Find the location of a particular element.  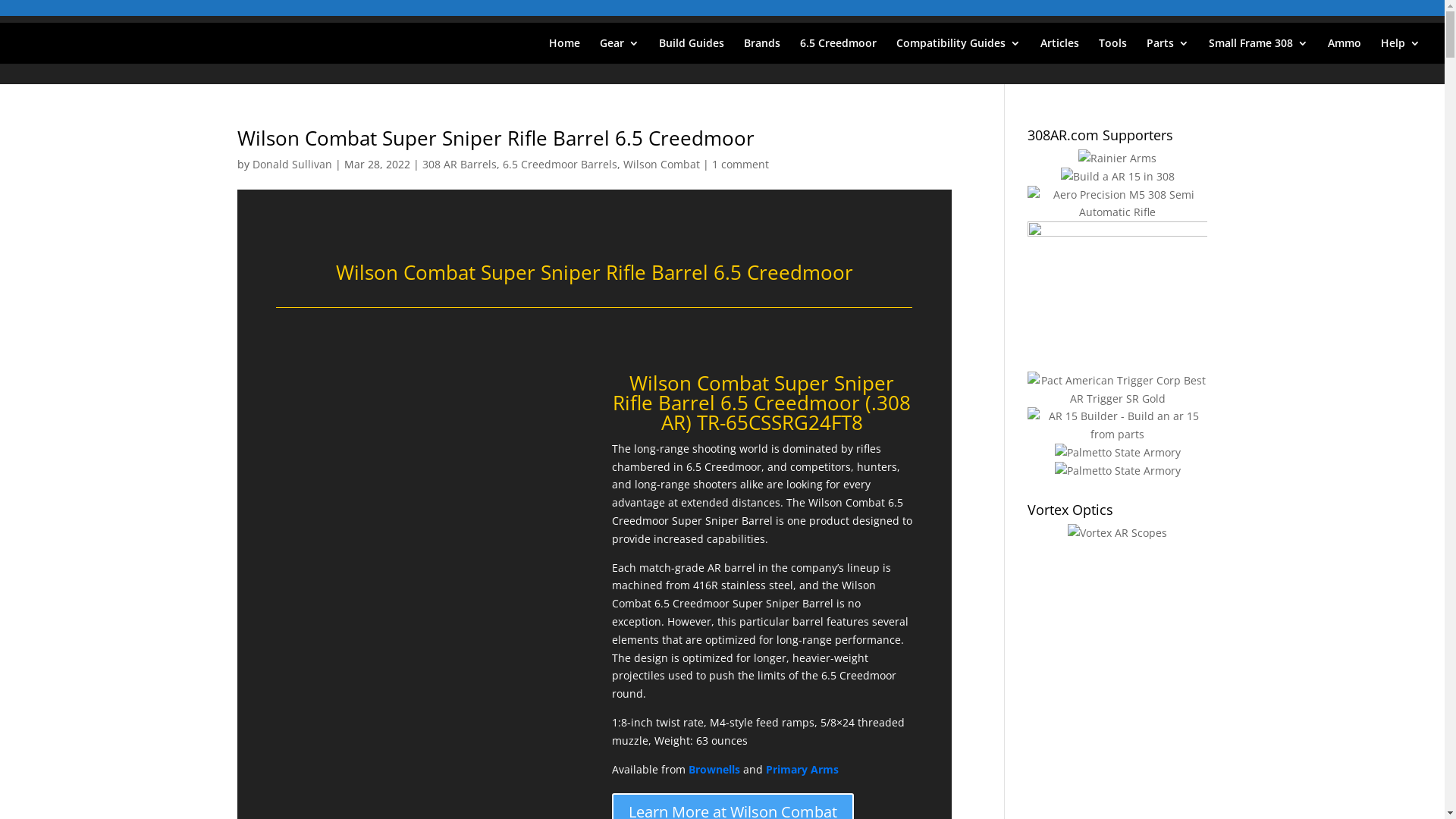

'Palmetto State Armory' is located at coordinates (1117, 452).